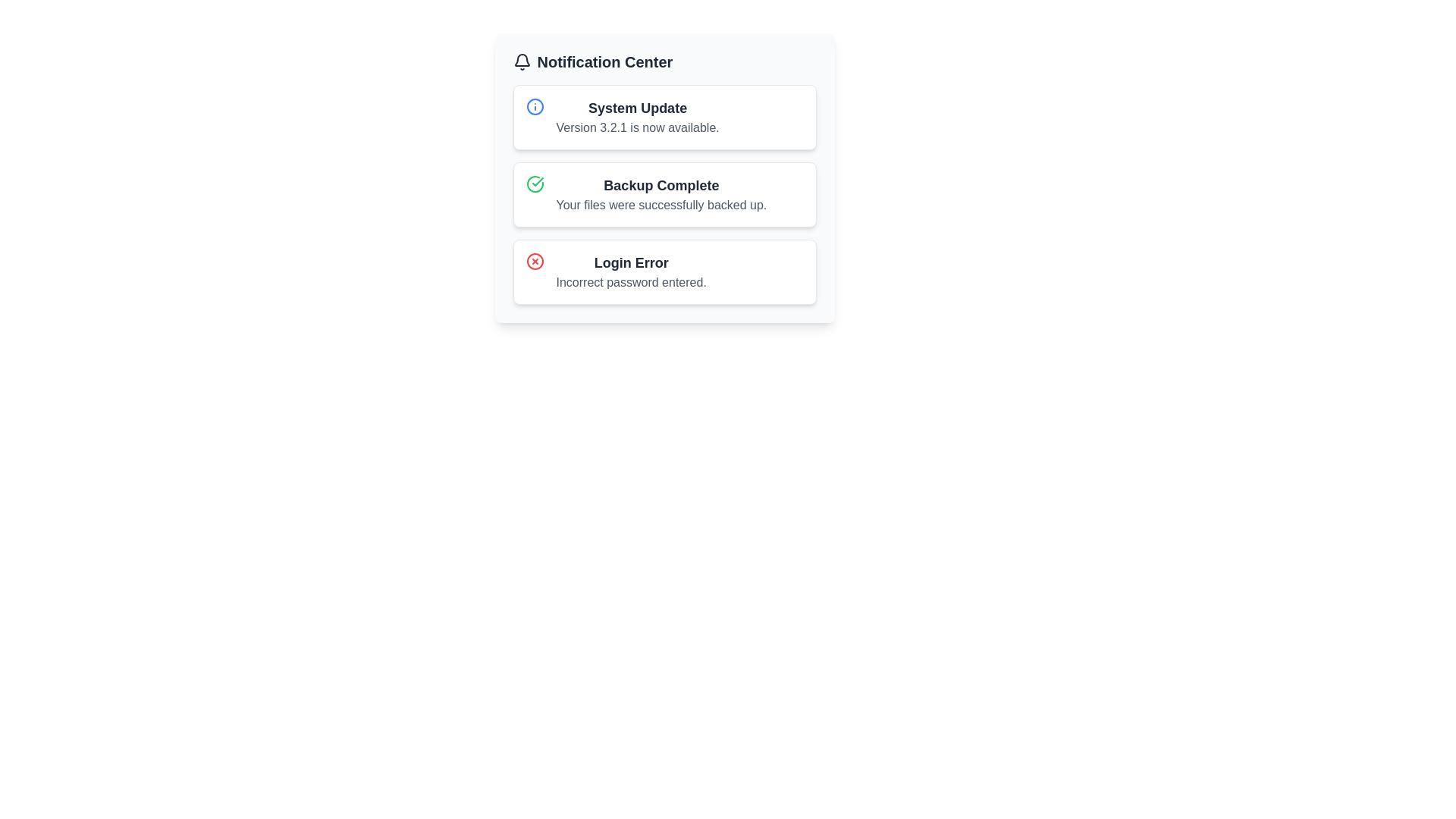 The image size is (1456, 819). I want to click on the bell icon located in the header of the Notification Center, which indicates notifications or alerts, so click(522, 61).